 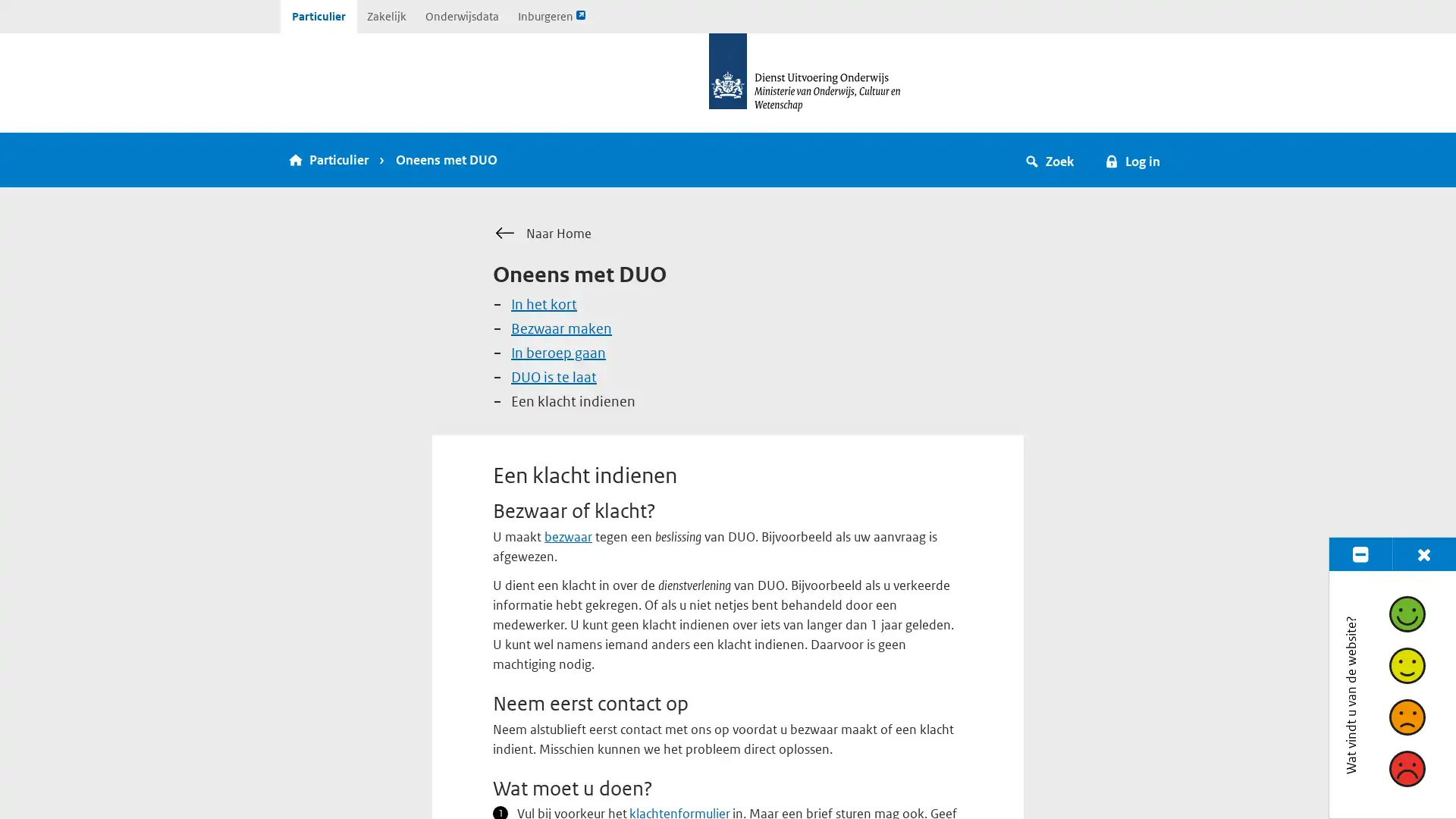 What do you see at coordinates (1405, 717) in the screenshot?
I see `Matig` at bounding box center [1405, 717].